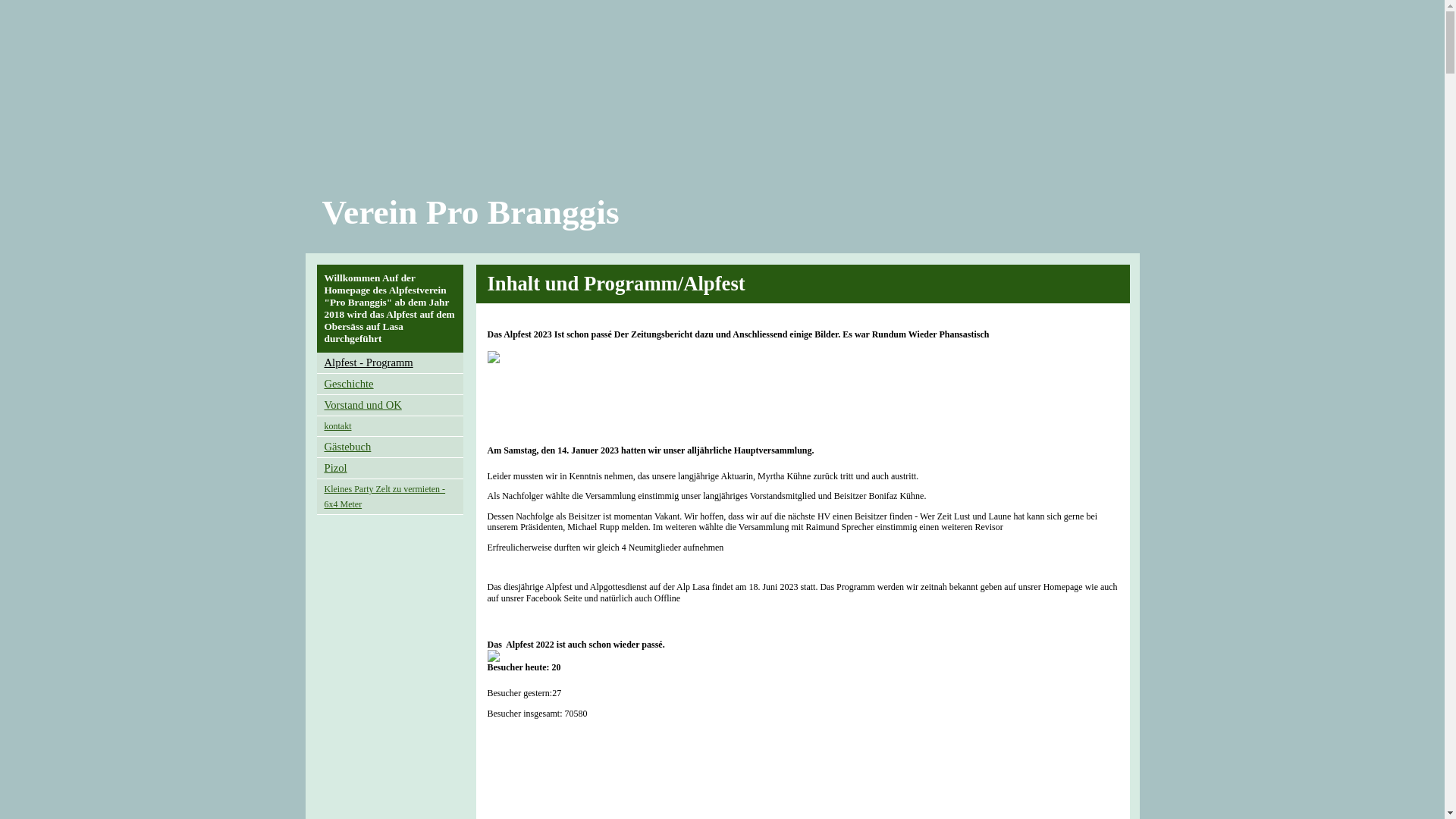  Describe the element at coordinates (385, 497) in the screenshot. I see `'Kleines Party Zelt zu vermieten - 6x4 Meter'` at that location.